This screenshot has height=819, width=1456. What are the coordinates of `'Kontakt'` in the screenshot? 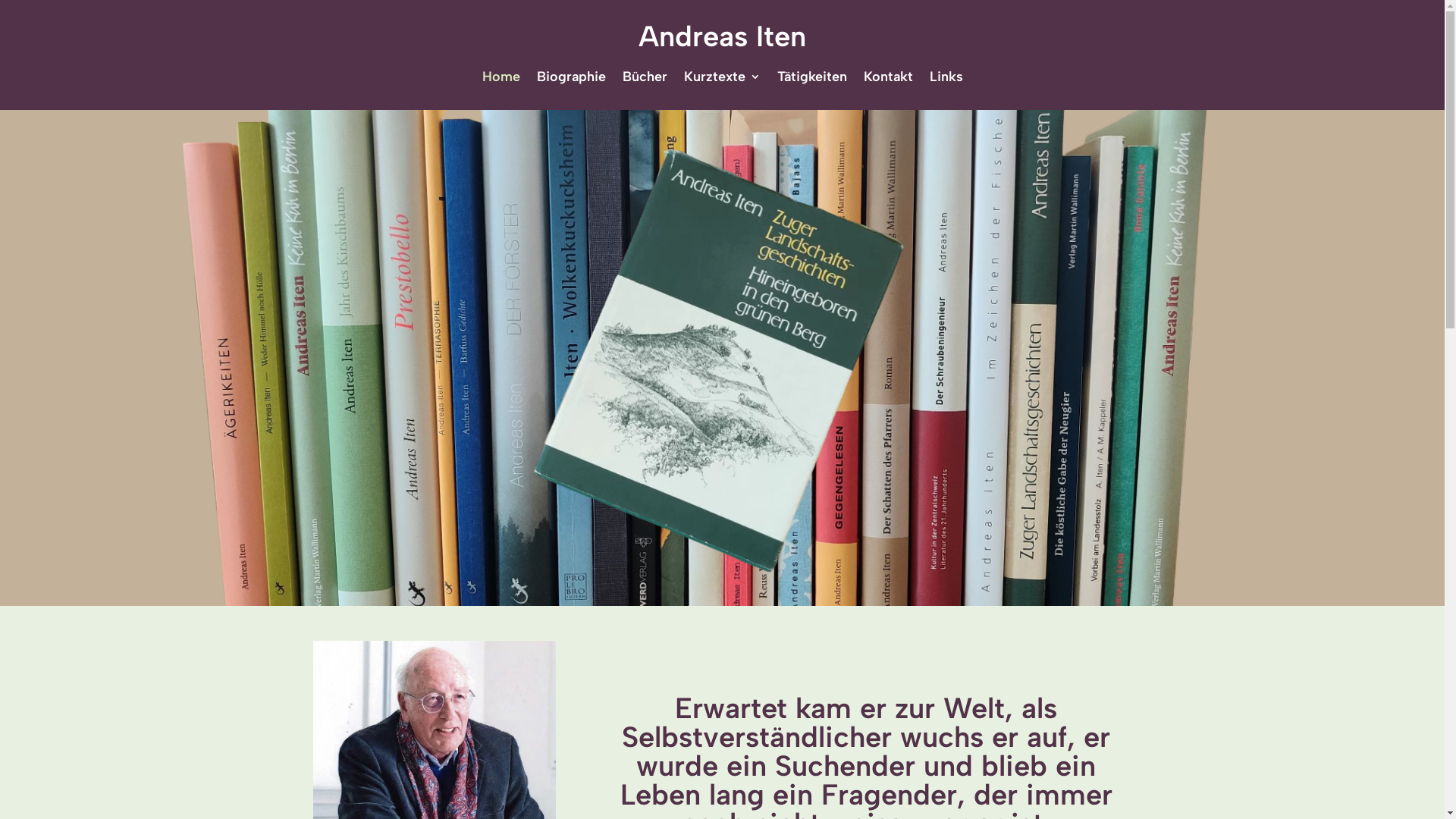 It's located at (862, 79).